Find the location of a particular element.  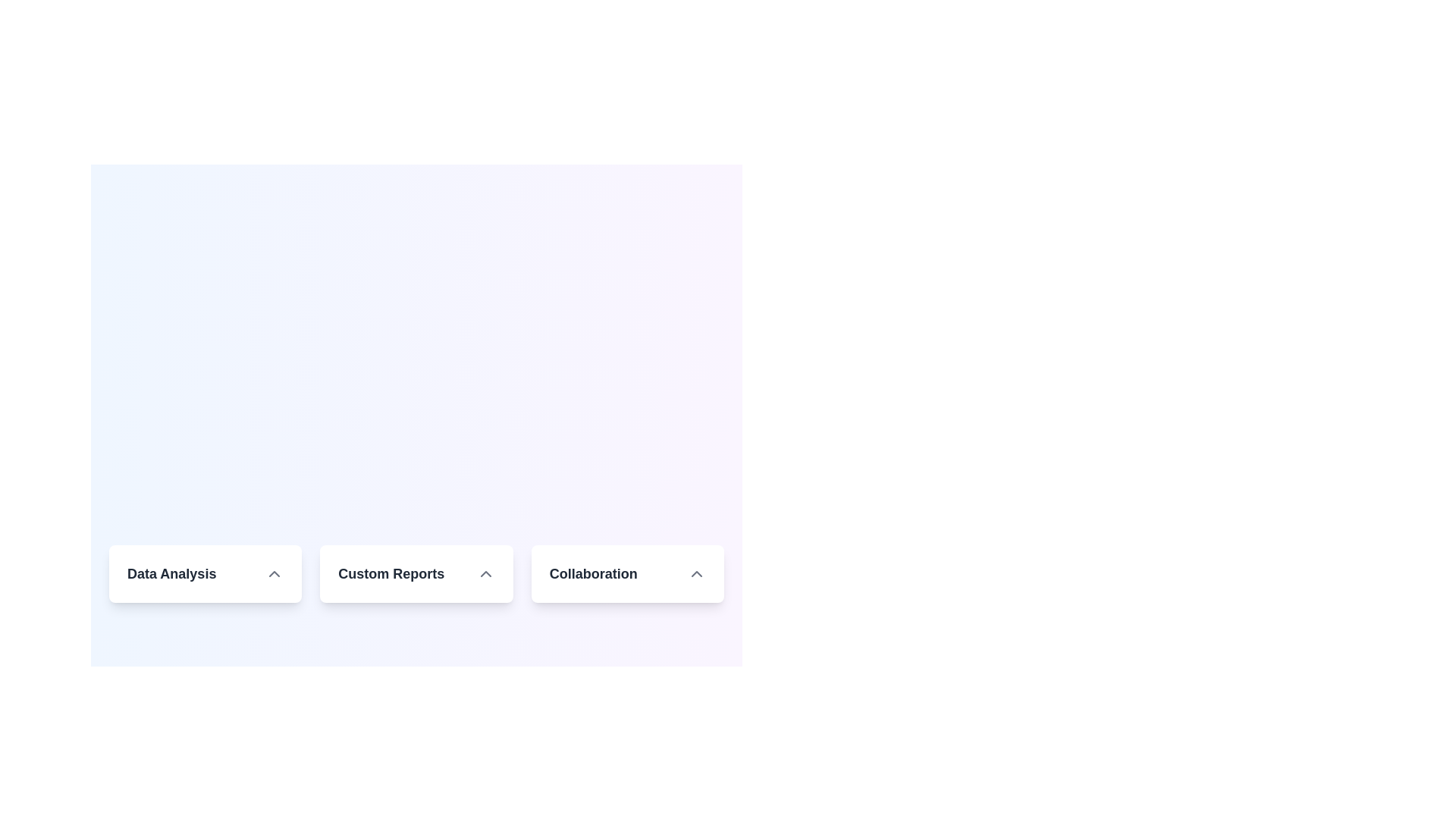

the 'Custom Reports' button, which is a rectangular card with a white background and rounded corners, located in the middle of a grid of three cards is located at coordinates (416, 573).